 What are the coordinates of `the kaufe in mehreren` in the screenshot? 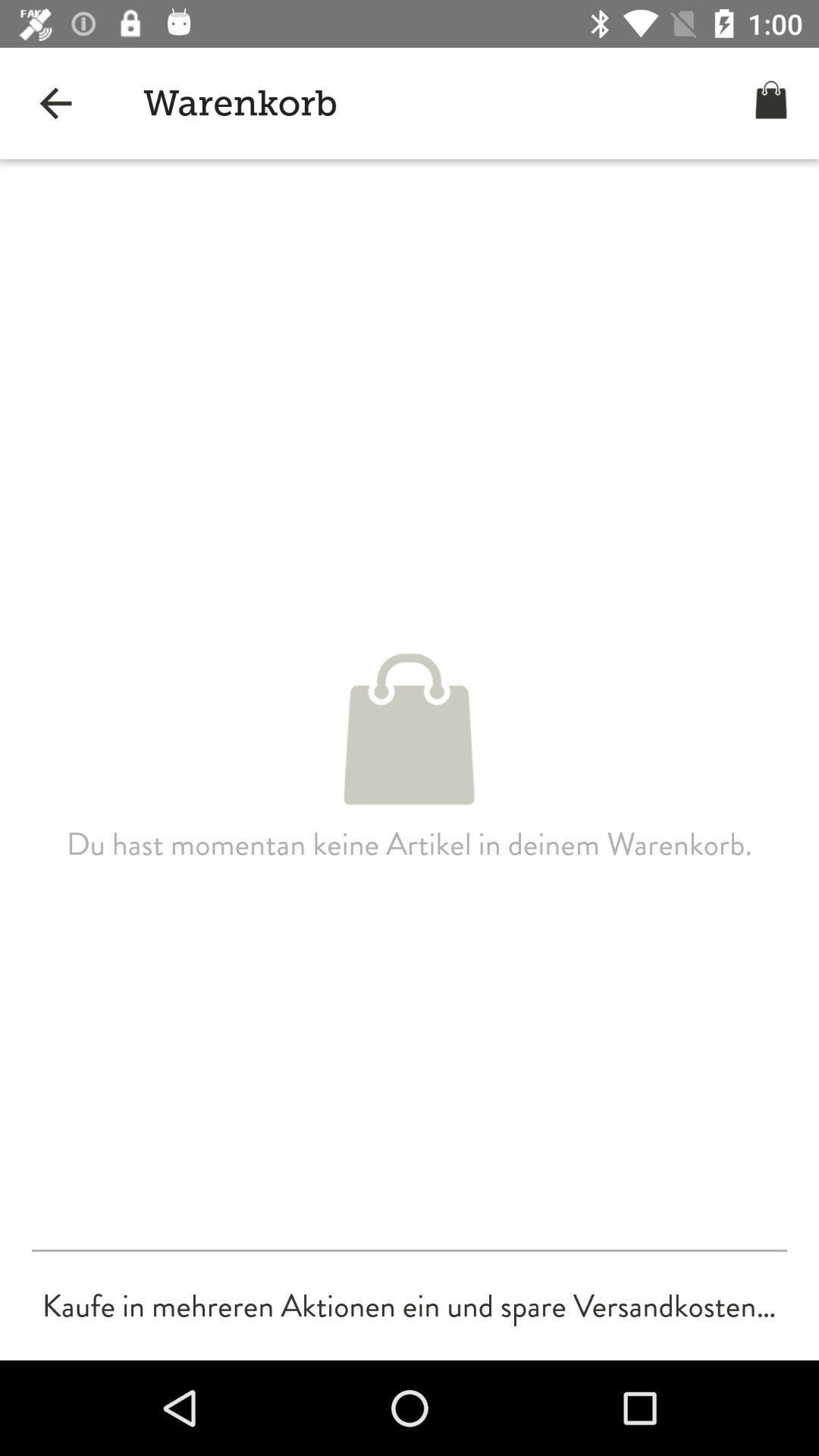 It's located at (408, 1305).